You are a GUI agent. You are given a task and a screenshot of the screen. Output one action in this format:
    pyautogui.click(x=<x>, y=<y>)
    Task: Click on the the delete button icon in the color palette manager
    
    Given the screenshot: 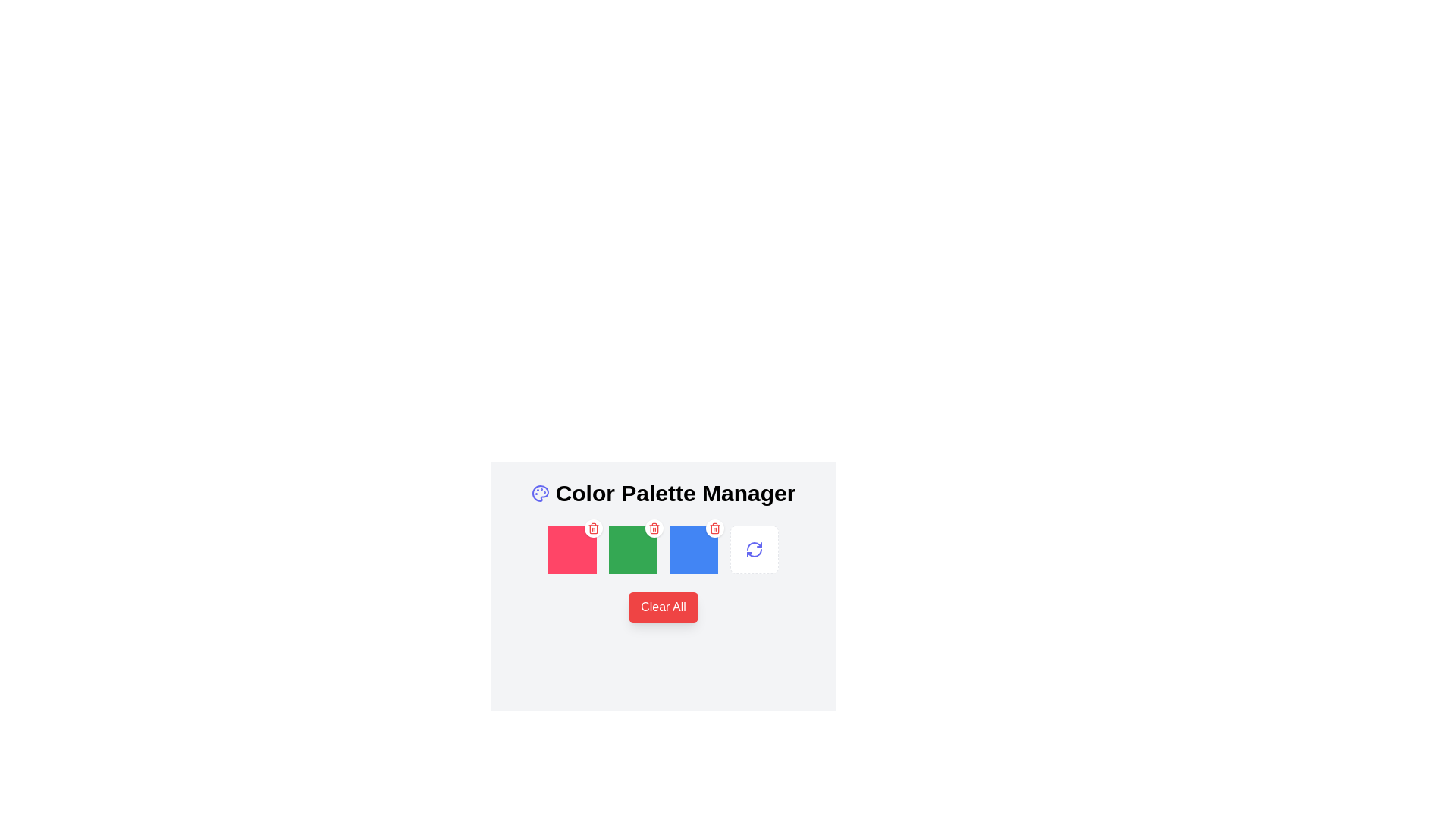 What is the action you would take?
    pyautogui.click(x=654, y=528)
    